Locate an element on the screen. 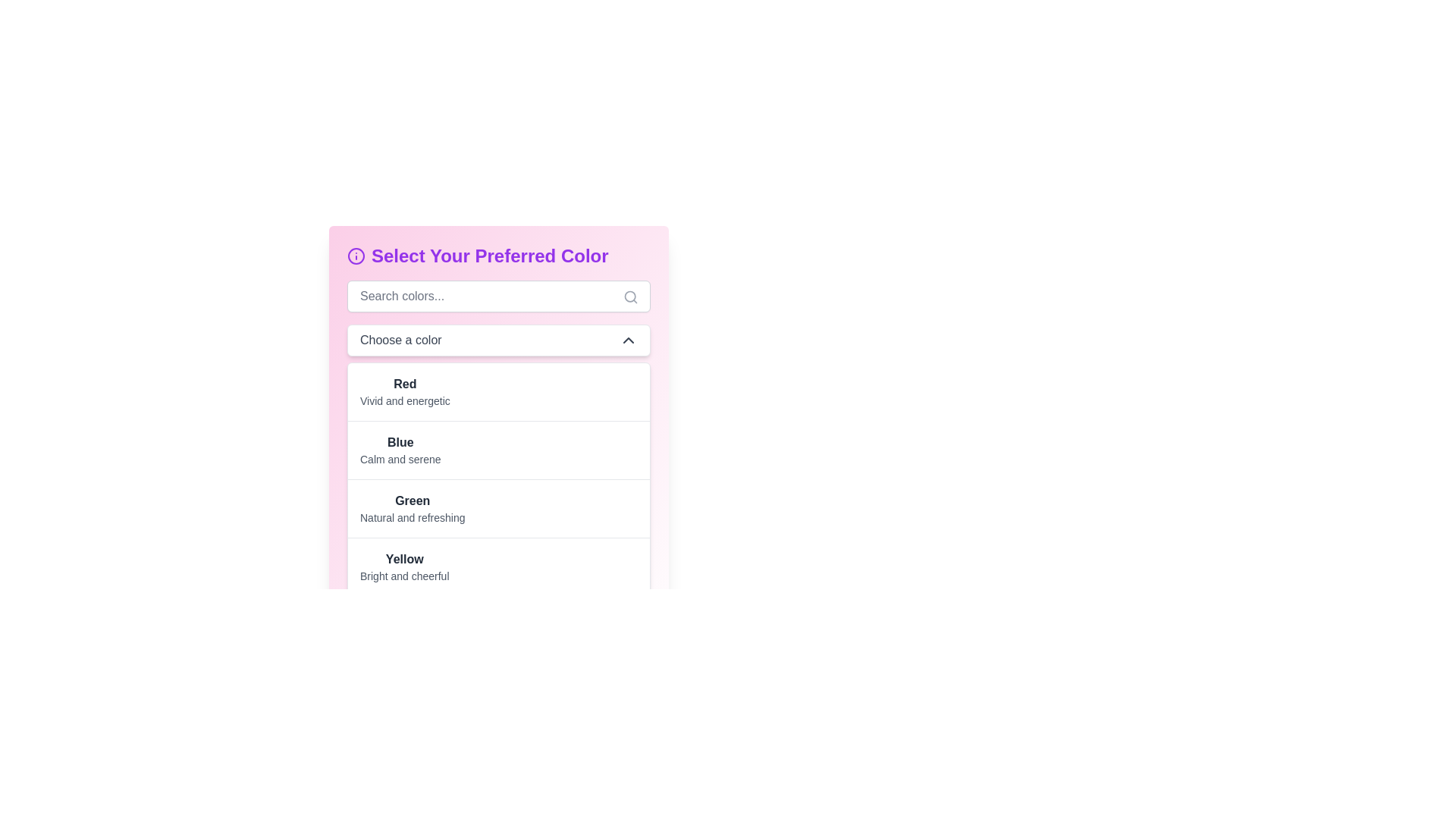 The width and height of the screenshot is (1456, 819). the text label displaying 'Bright and cheerful', which is located directly below the 'Yellow' label in the color option list is located at coordinates (404, 576).